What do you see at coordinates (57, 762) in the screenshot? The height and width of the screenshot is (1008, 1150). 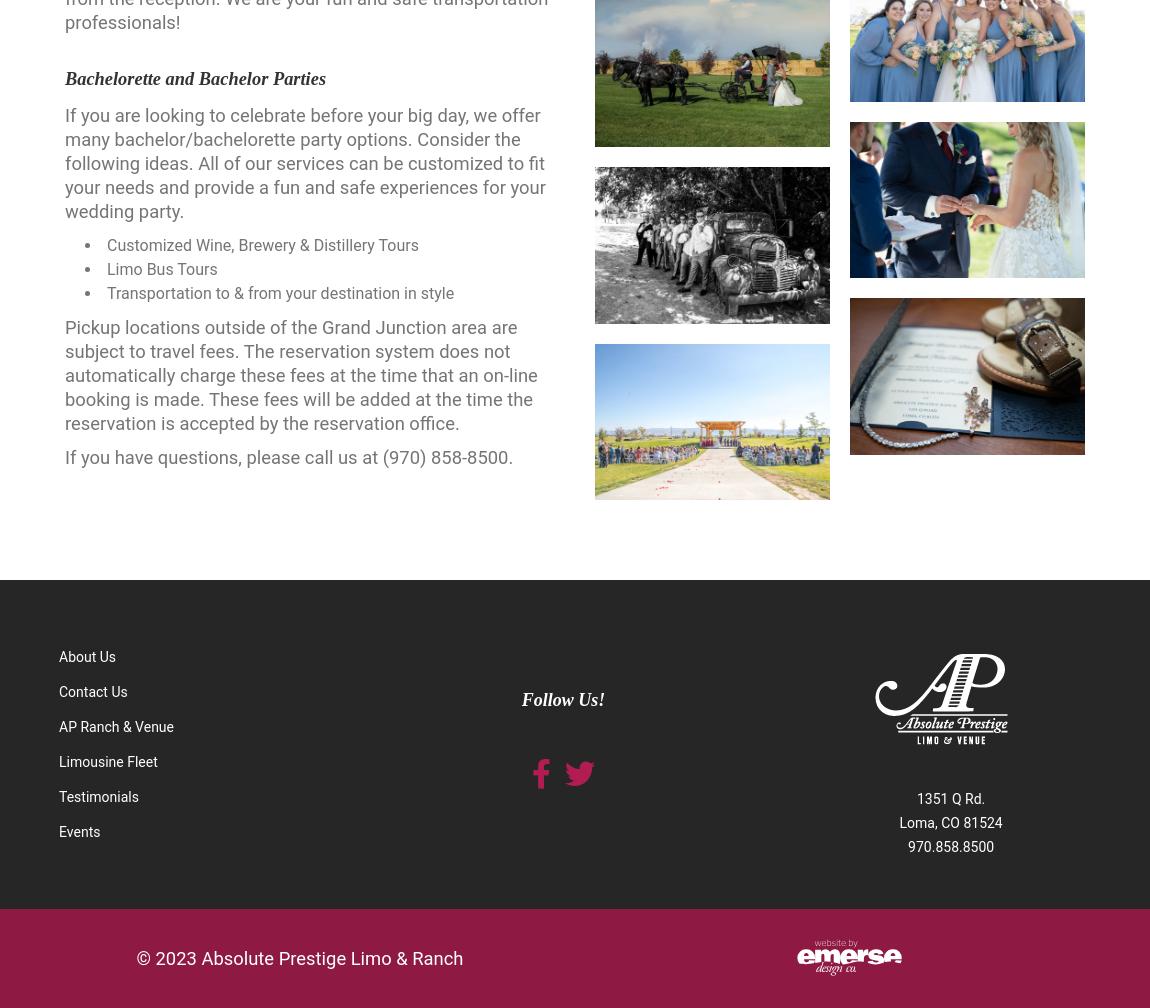 I see `'Limousine Fleet'` at bounding box center [57, 762].